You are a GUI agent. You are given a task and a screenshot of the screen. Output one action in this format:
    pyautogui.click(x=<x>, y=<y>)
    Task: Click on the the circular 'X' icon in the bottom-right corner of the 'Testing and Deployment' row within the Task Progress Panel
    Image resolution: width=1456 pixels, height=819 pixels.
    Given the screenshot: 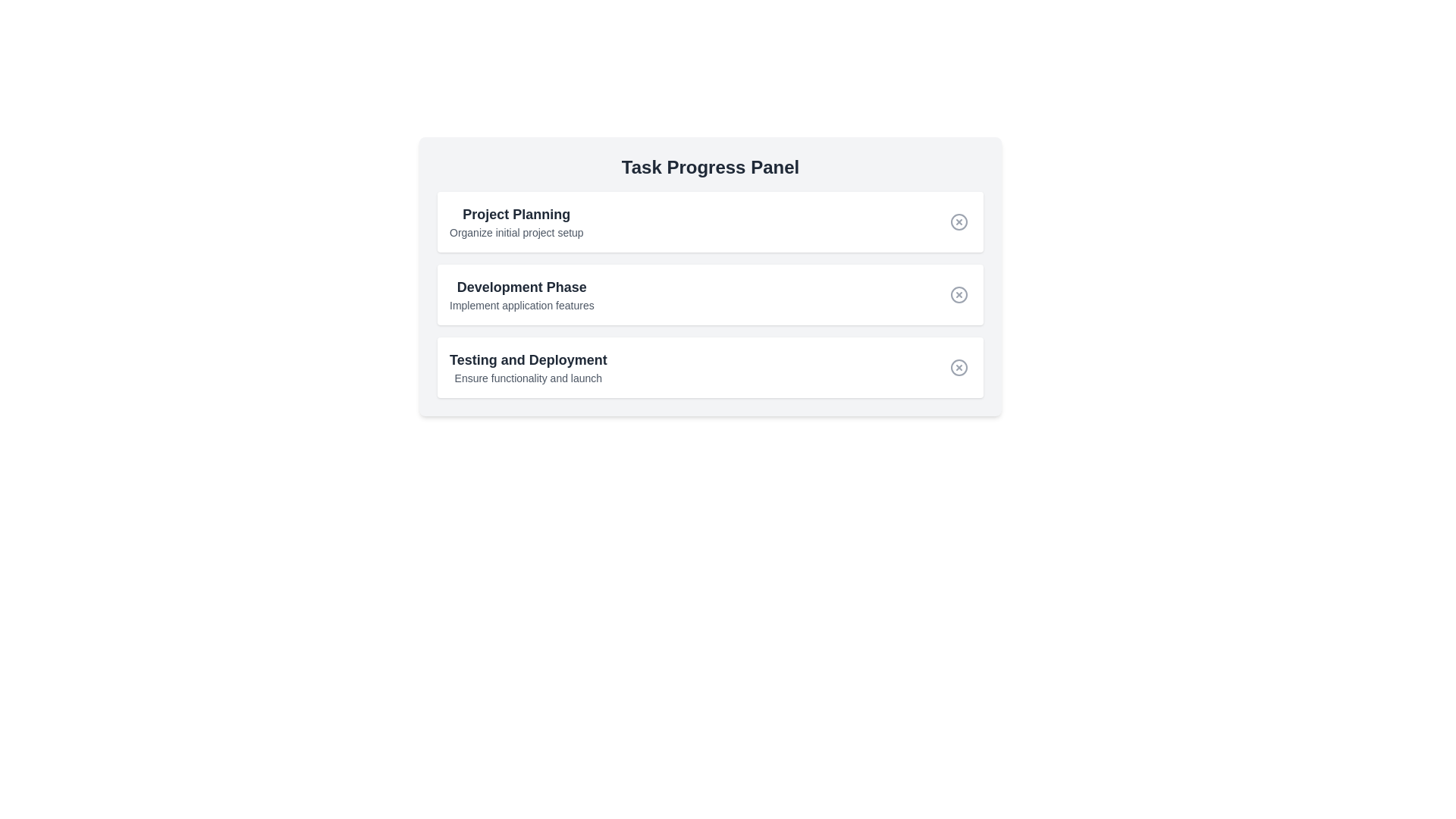 What is the action you would take?
    pyautogui.click(x=959, y=368)
    